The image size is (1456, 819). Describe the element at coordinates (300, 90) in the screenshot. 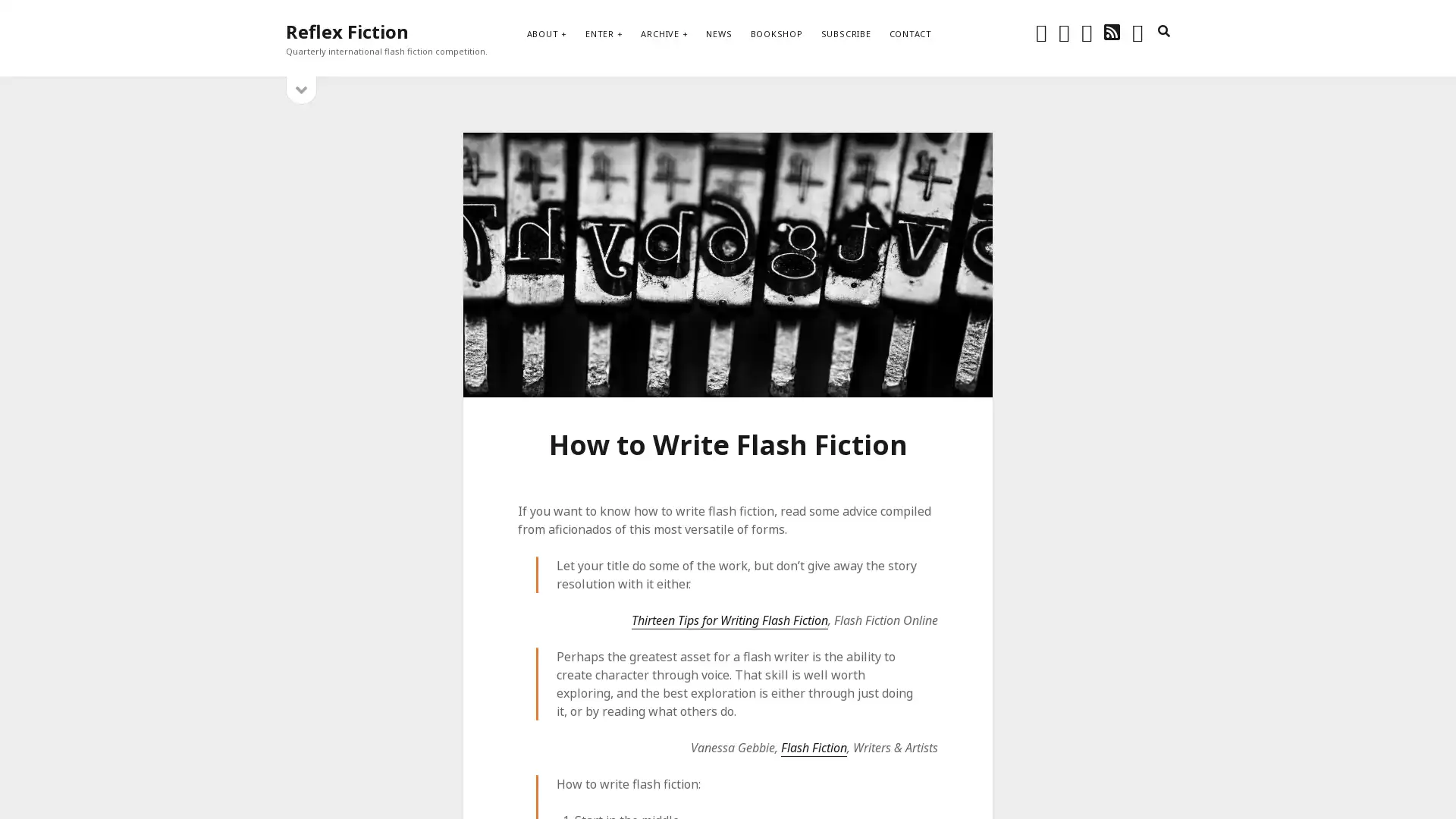

I see `open sidebar` at that location.